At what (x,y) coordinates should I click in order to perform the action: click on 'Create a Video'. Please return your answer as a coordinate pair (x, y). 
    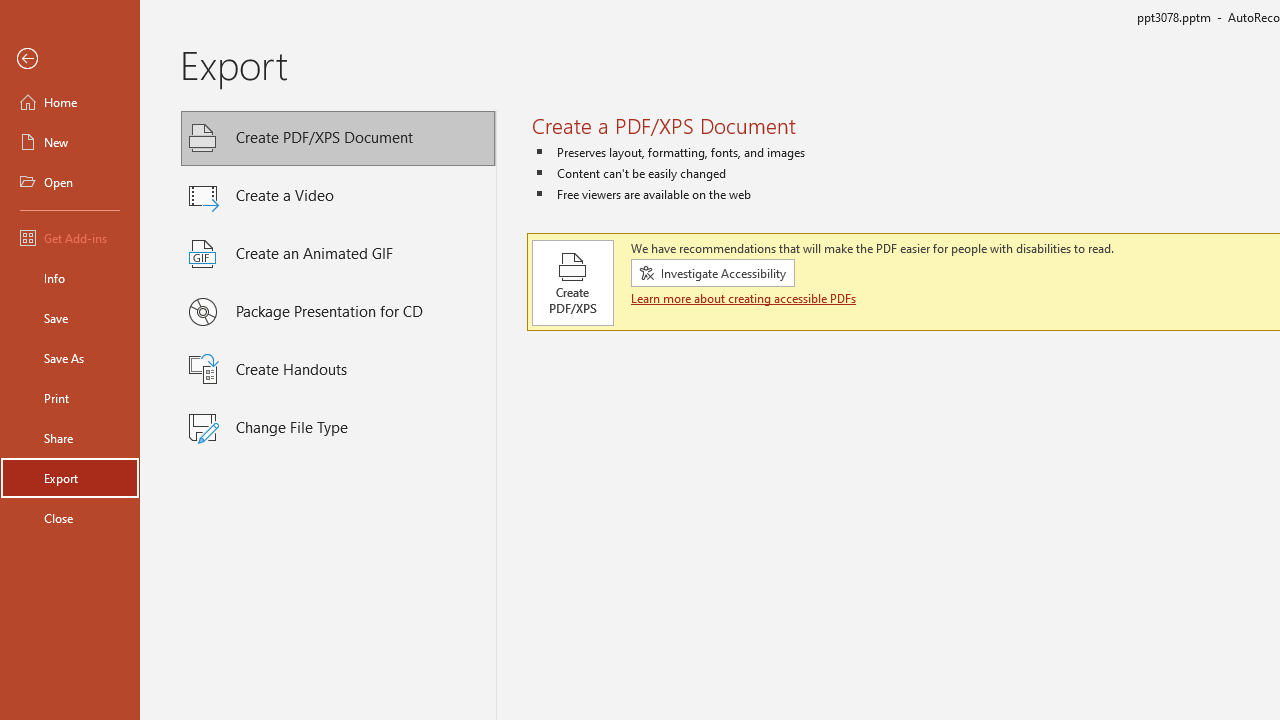
    Looking at the image, I should click on (338, 196).